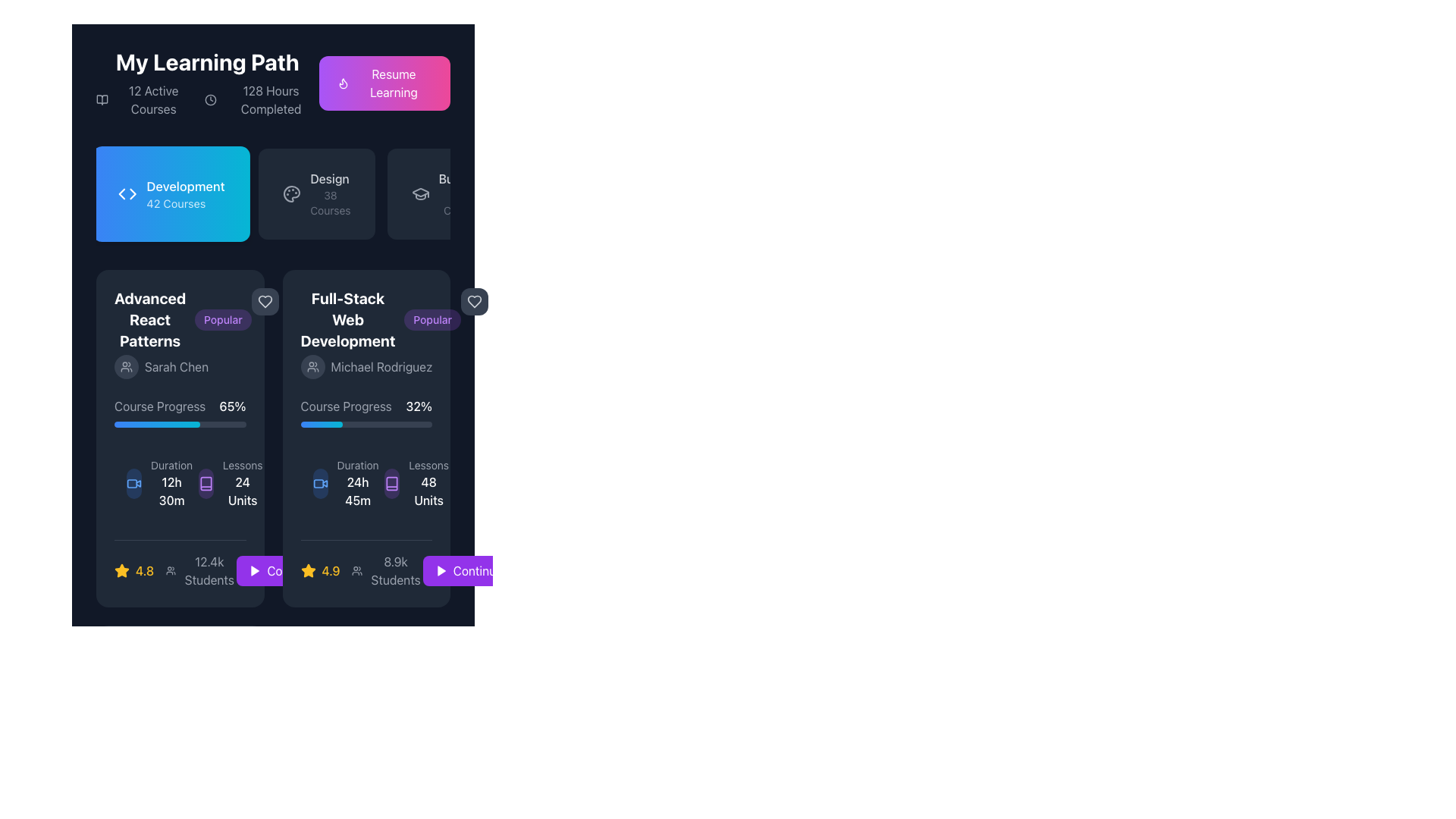 The height and width of the screenshot is (819, 1456). Describe the element at coordinates (441, 570) in the screenshot. I see `the triangular play icon, which is styled in purple and located within the 'Continue' button of the 'Full-Stack Web Development' card` at that location.